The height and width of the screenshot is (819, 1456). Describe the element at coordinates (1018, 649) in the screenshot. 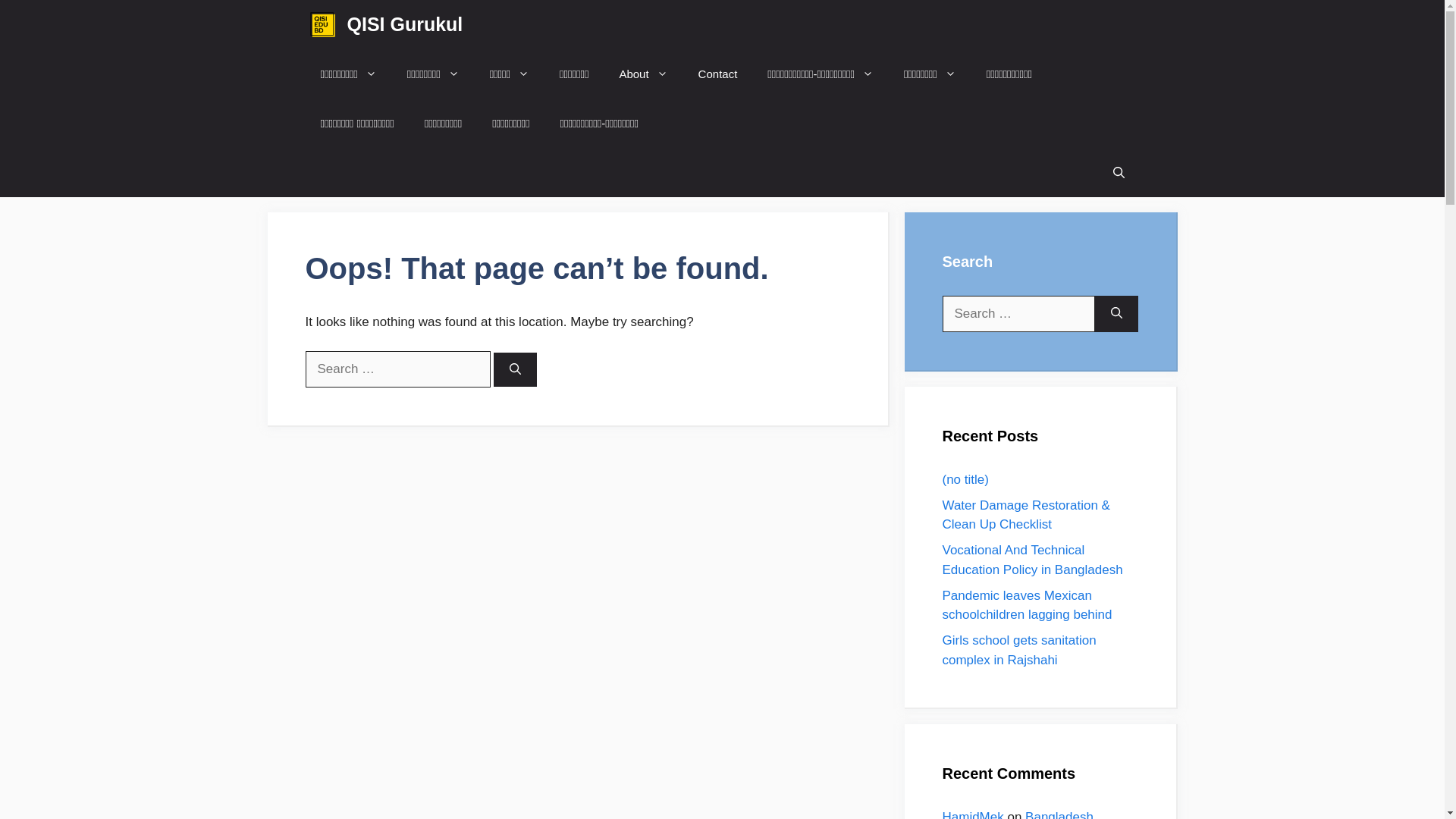

I see `'Girls school gets sanitation complex in Rajshahi'` at that location.